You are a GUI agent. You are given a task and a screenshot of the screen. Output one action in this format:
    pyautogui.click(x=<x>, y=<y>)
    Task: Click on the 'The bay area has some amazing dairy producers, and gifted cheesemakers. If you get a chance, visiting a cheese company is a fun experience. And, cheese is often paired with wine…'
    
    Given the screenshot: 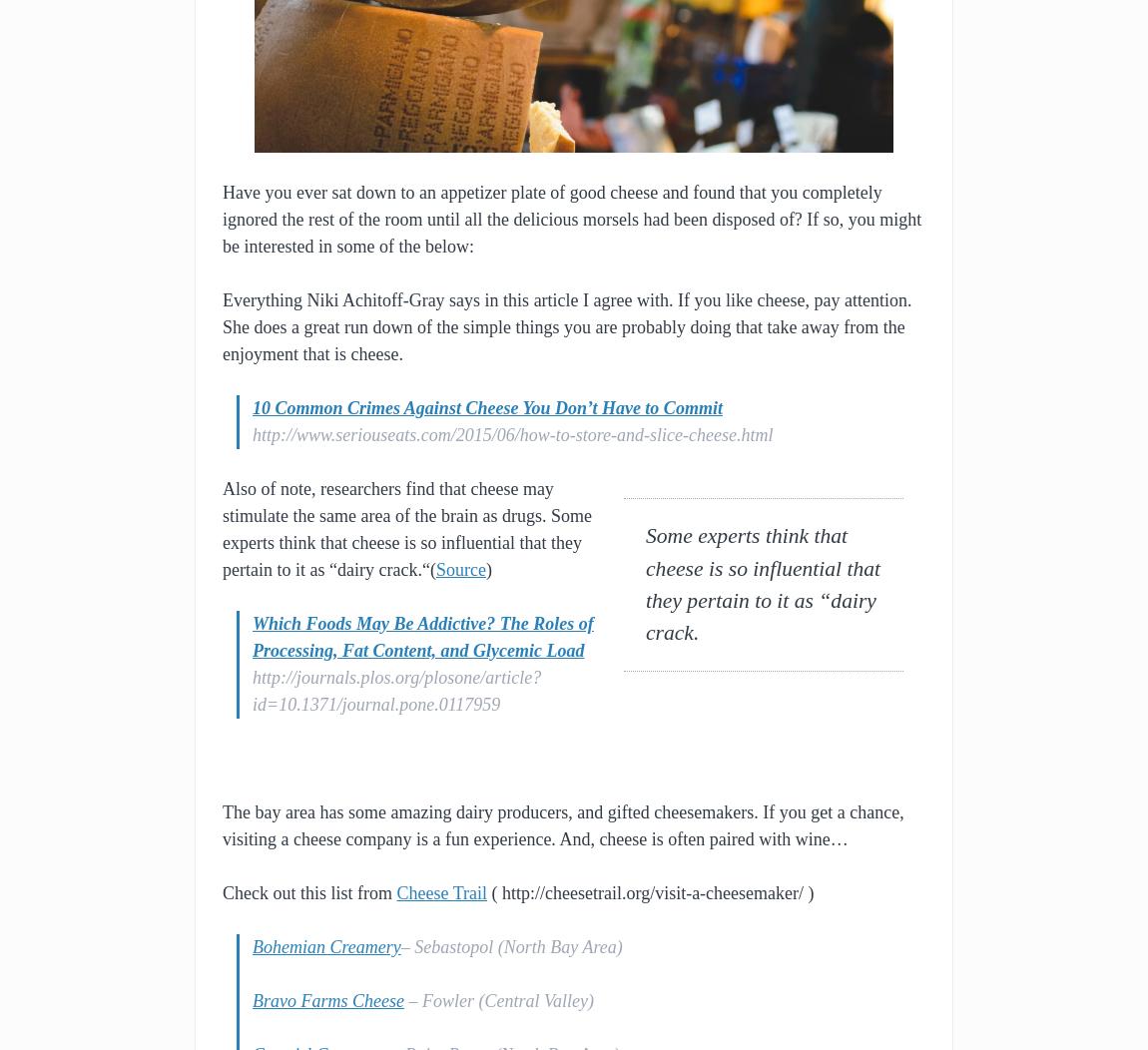 What is the action you would take?
    pyautogui.click(x=562, y=825)
    